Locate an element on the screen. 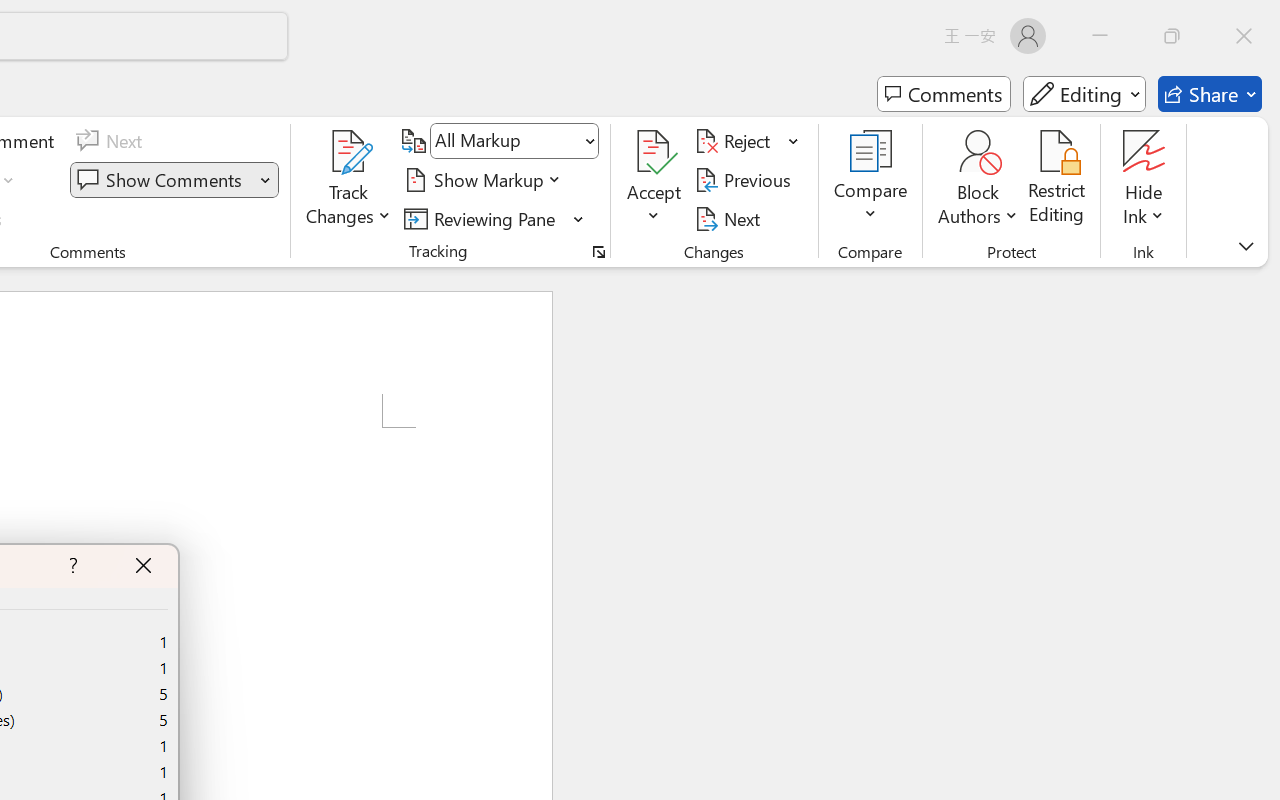 Image resolution: width=1280 pixels, height=800 pixels. 'Track Changes' is located at coordinates (349, 179).